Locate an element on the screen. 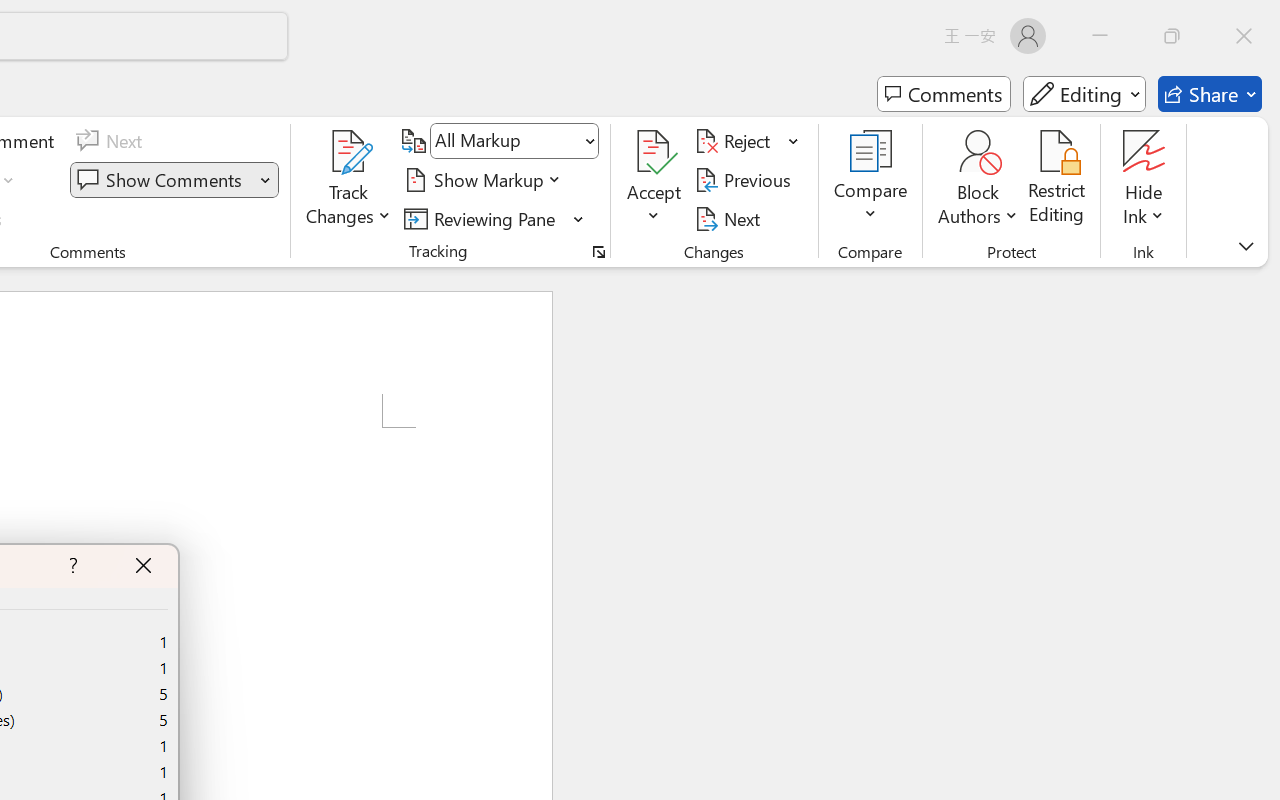 Image resolution: width=1280 pixels, height=800 pixels. 'Track Changes' is located at coordinates (349, 179).